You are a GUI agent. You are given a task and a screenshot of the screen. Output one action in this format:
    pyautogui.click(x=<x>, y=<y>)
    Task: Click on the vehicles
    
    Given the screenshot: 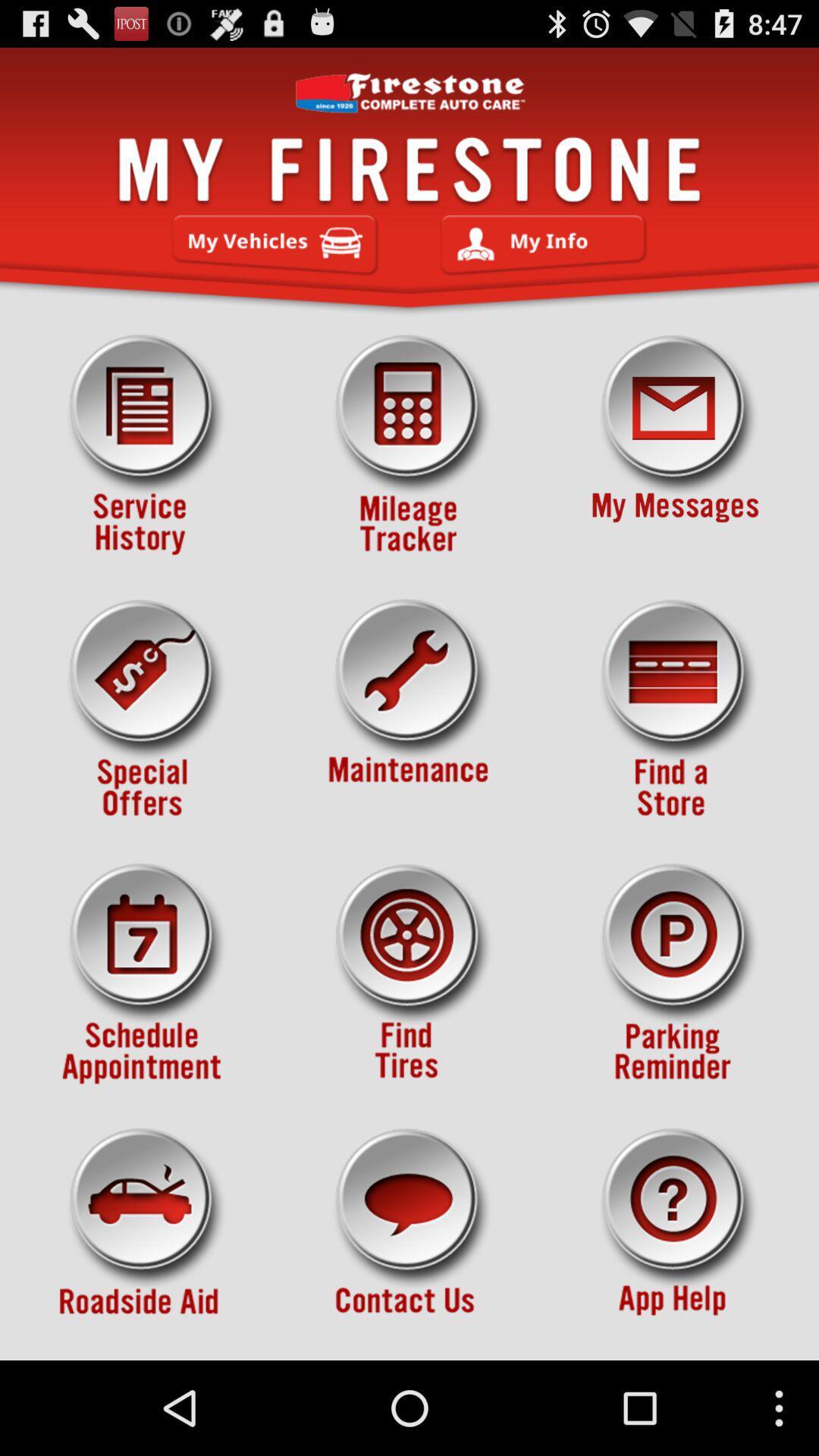 What is the action you would take?
    pyautogui.click(x=275, y=245)
    